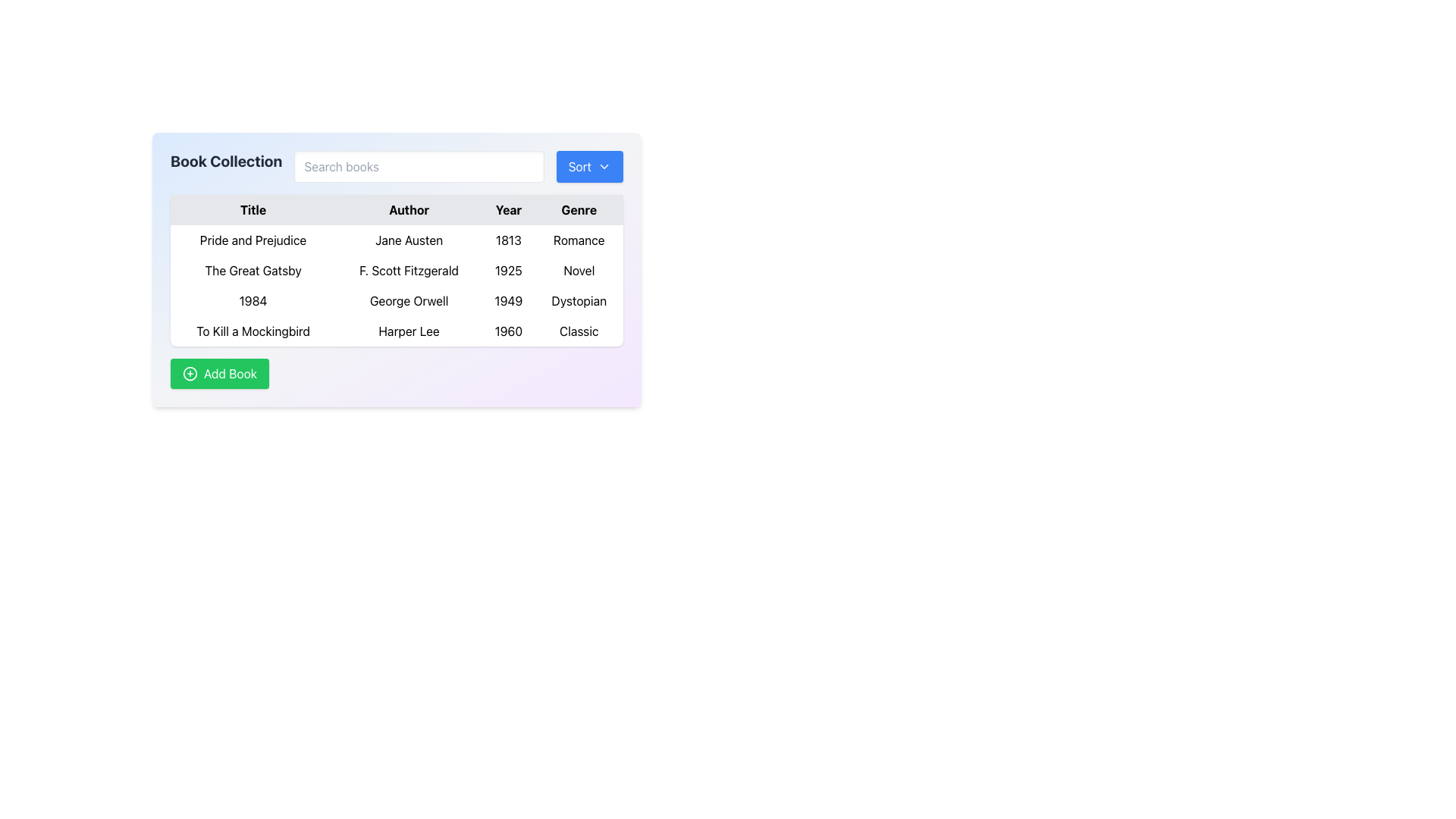 This screenshot has width=1456, height=819. What do you see at coordinates (578, 330) in the screenshot?
I see `non-interactive informational label indicating the genre classification of the book 'To Kill a Mockingbird', located in the 'Genre' column of the table` at bounding box center [578, 330].